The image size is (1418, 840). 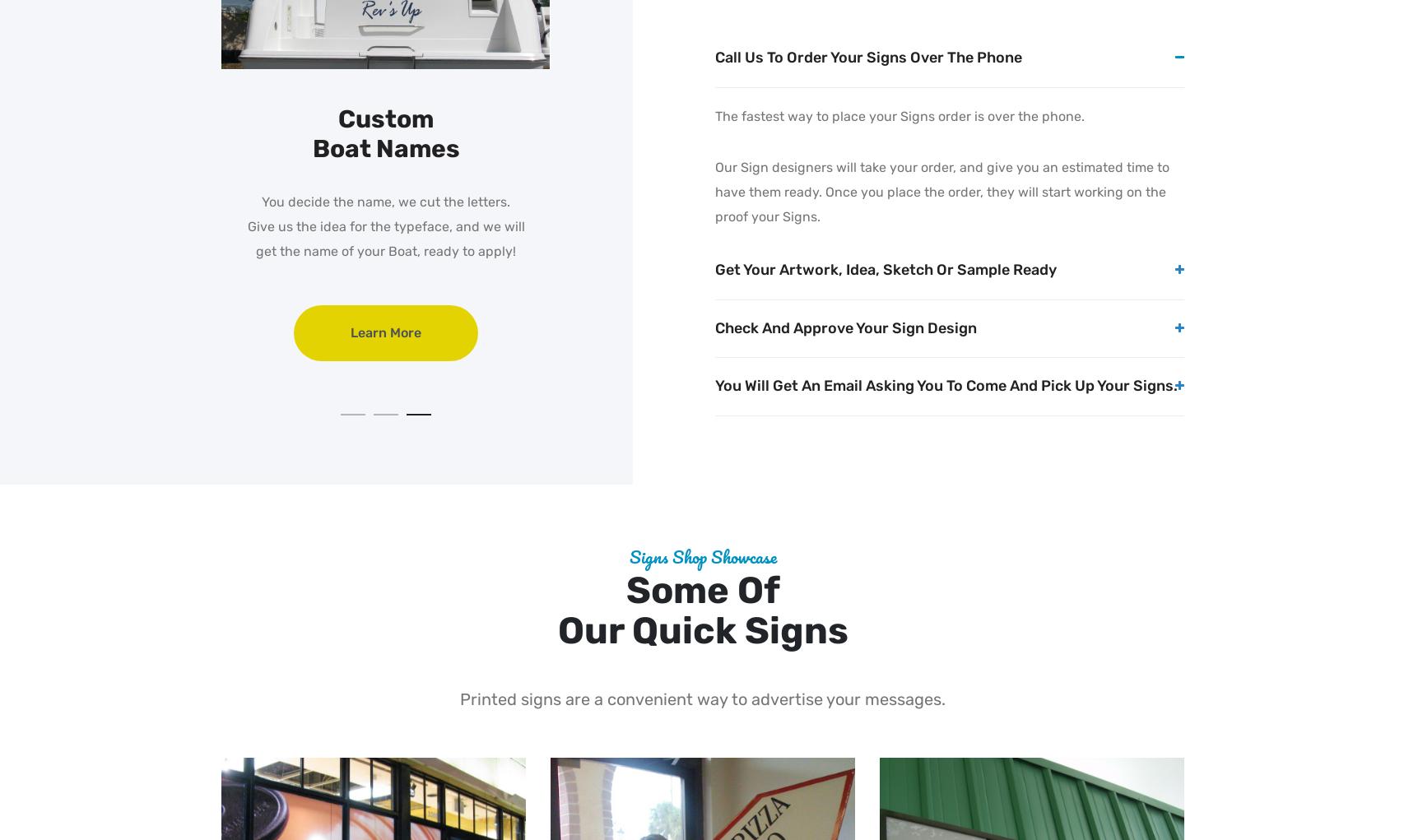 What do you see at coordinates (289, 118) in the screenshot?
I see `'Business Hours'` at bounding box center [289, 118].